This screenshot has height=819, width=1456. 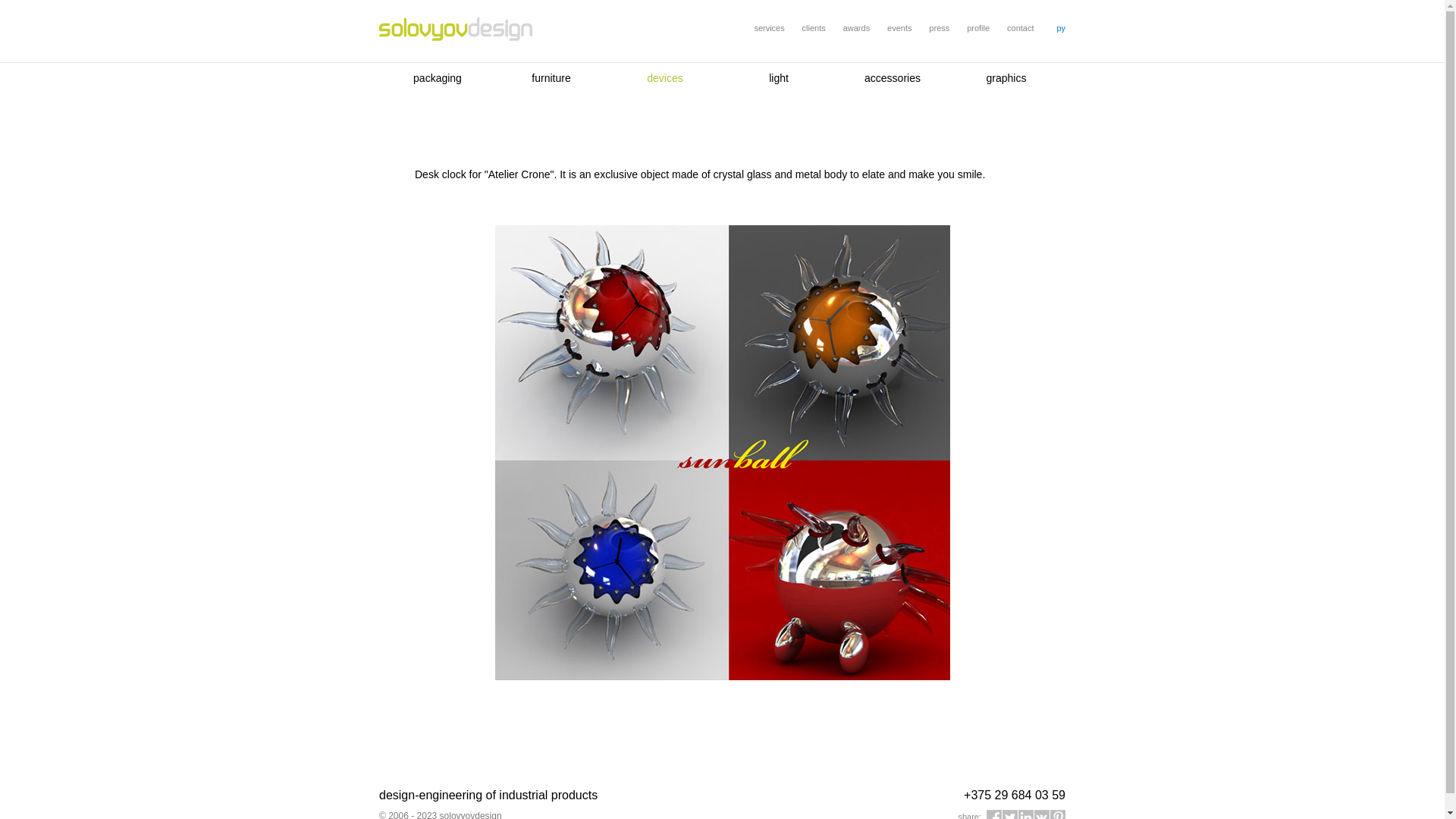 I want to click on 'press', so click(x=938, y=28).